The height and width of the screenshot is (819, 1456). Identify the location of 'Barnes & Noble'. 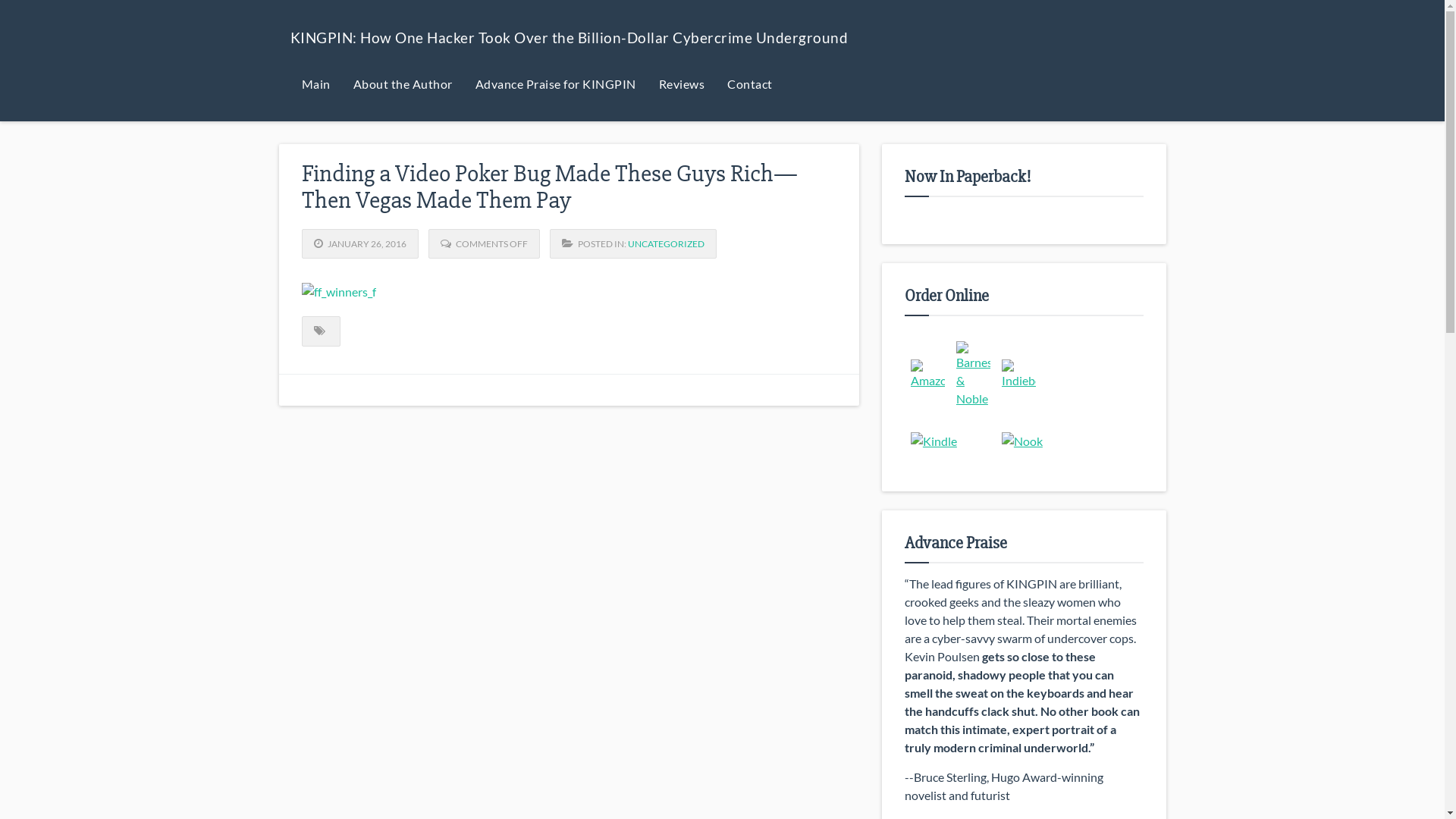
(973, 374).